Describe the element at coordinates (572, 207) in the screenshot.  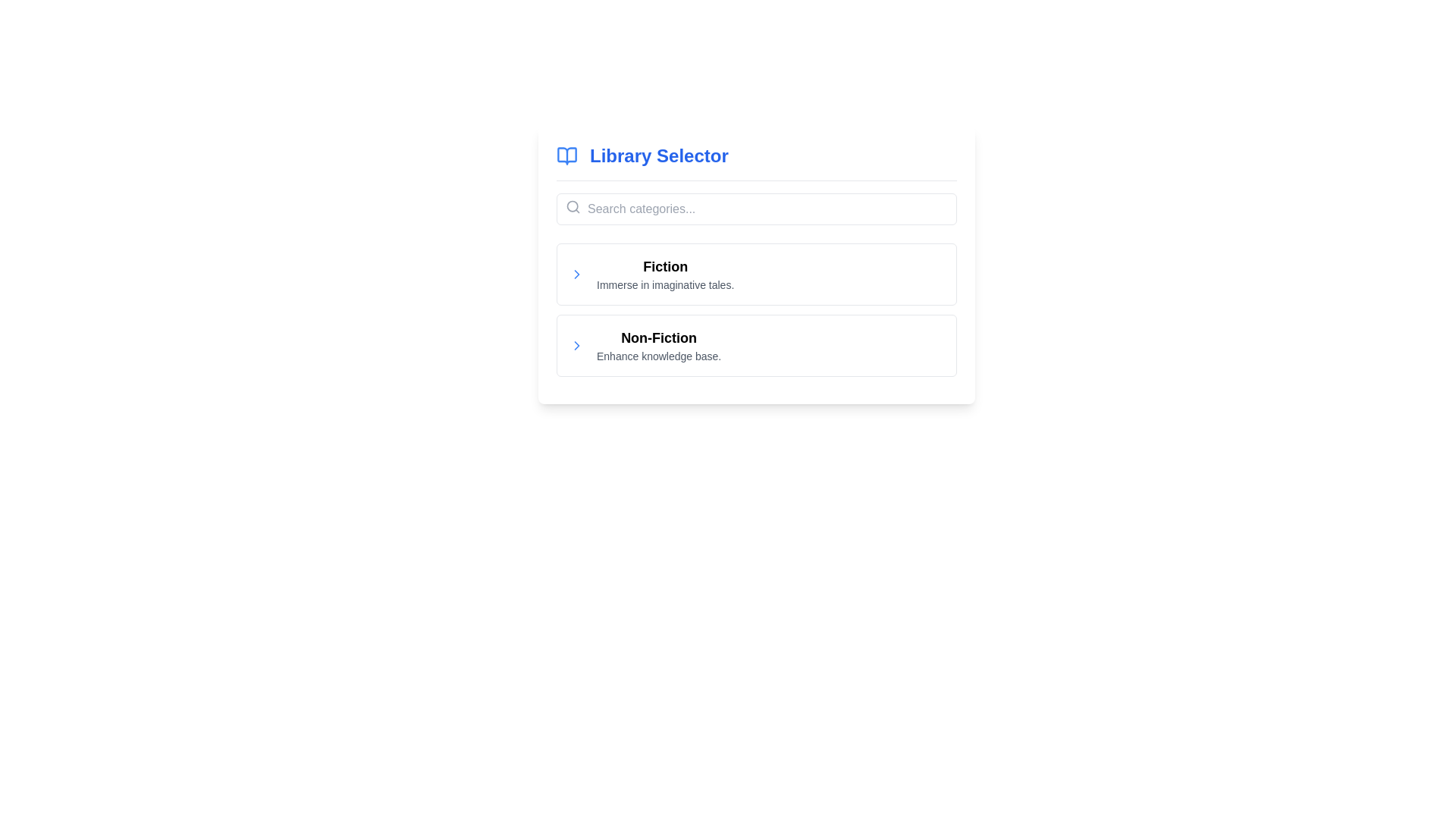
I see `the search icon located at the left-most position of the search bar, which indicates the input field is for search functionality` at that location.